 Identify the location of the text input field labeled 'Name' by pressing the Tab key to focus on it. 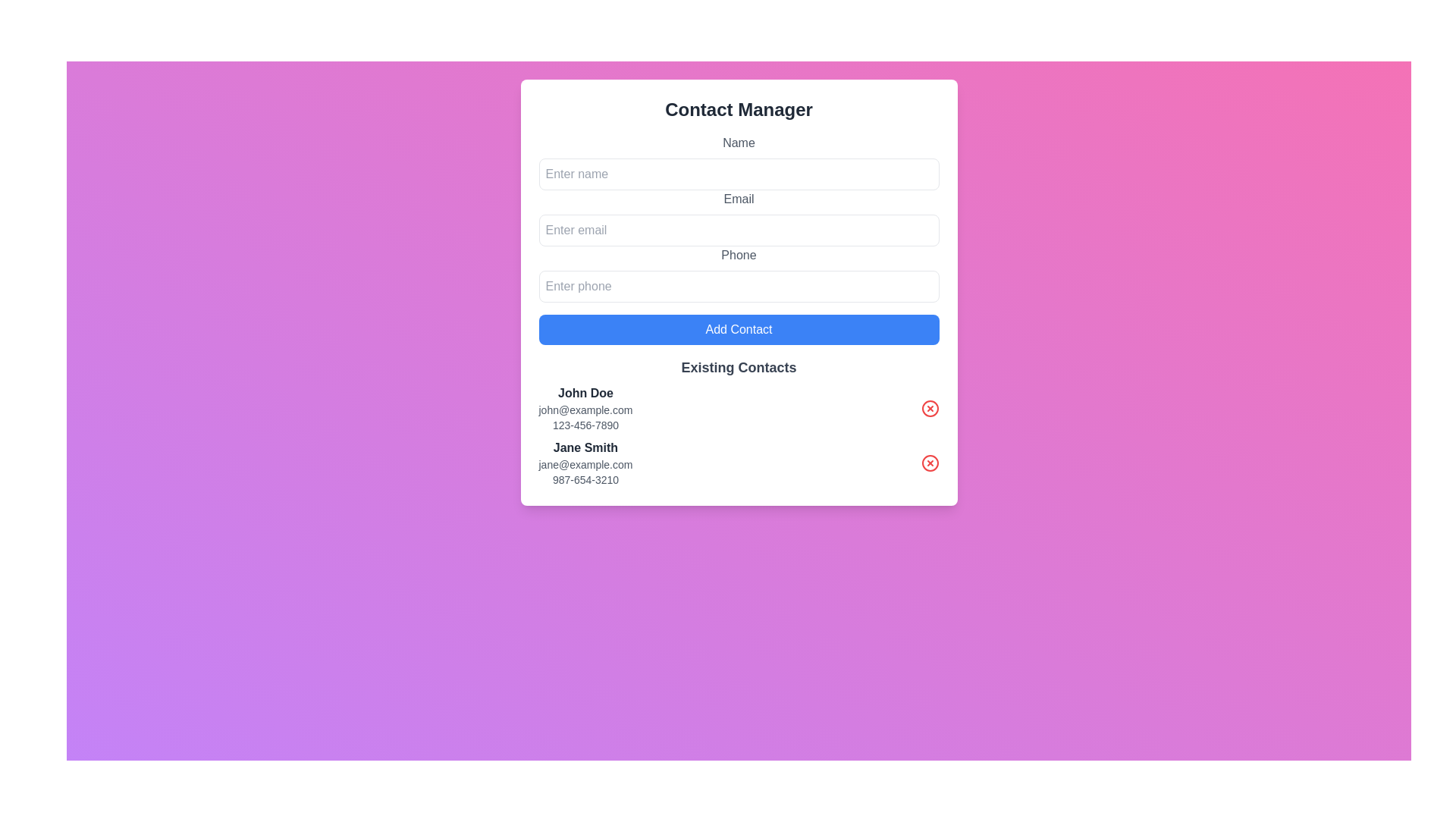
(739, 174).